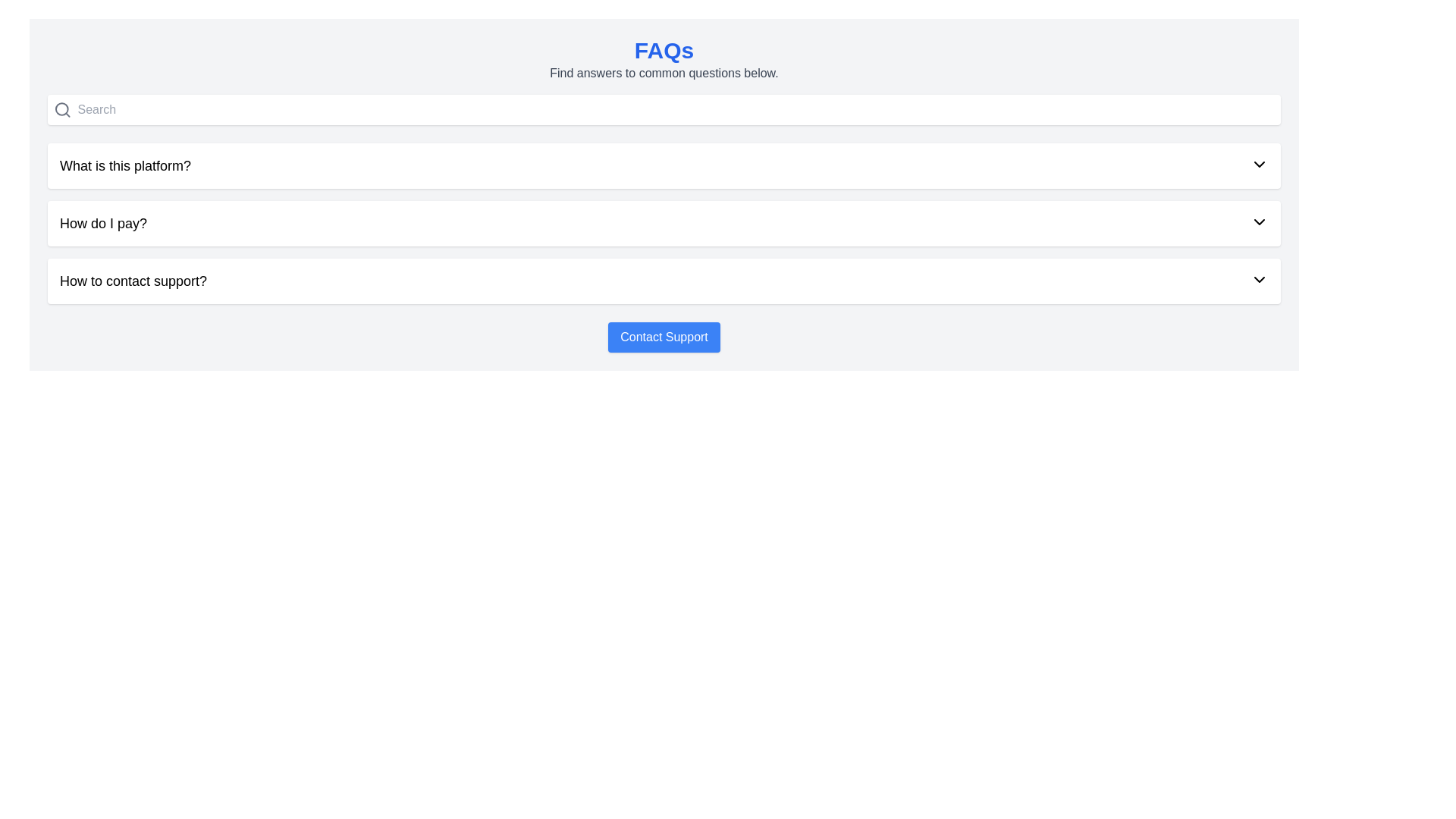  I want to click on the introductory text element located beneath the 'FAQs' header, which provides contextual information for the FAQ section, so click(664, 73).